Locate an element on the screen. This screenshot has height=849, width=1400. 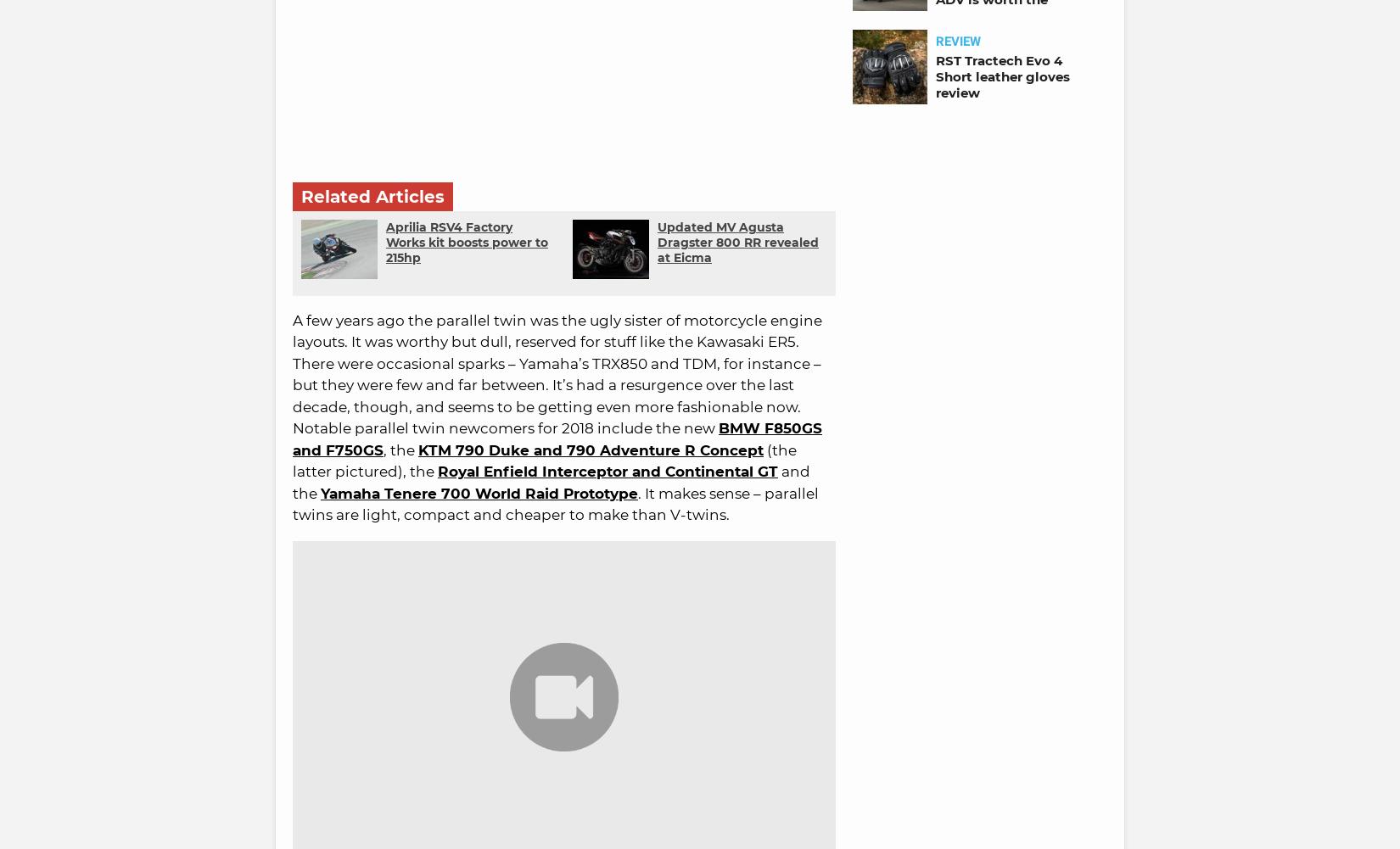
'and the' is located at coordinates (293, 481).